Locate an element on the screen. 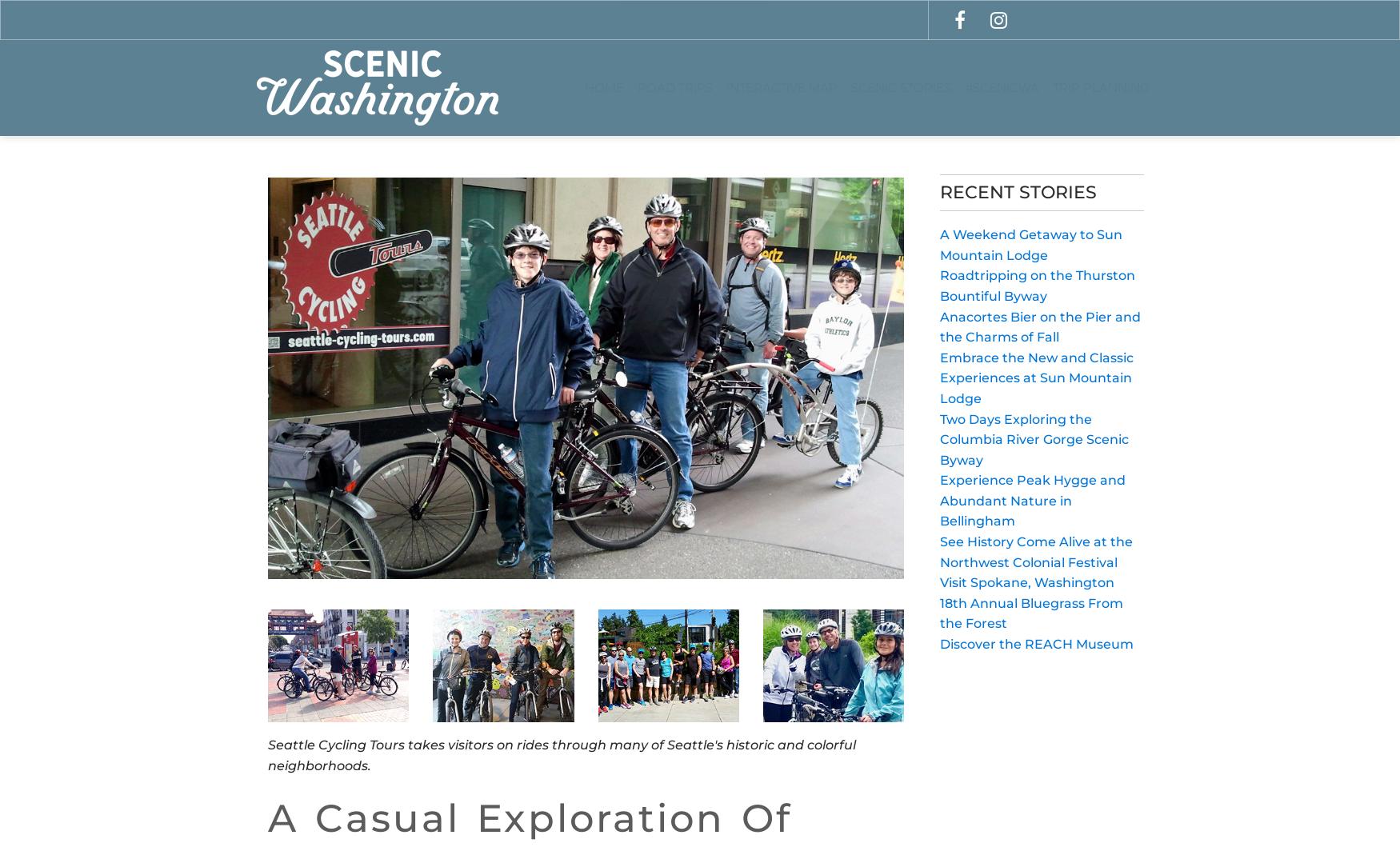  'Two Days Exploring the Columbia River Gorge Scenic Byway' is located at coordinates (938, 437).